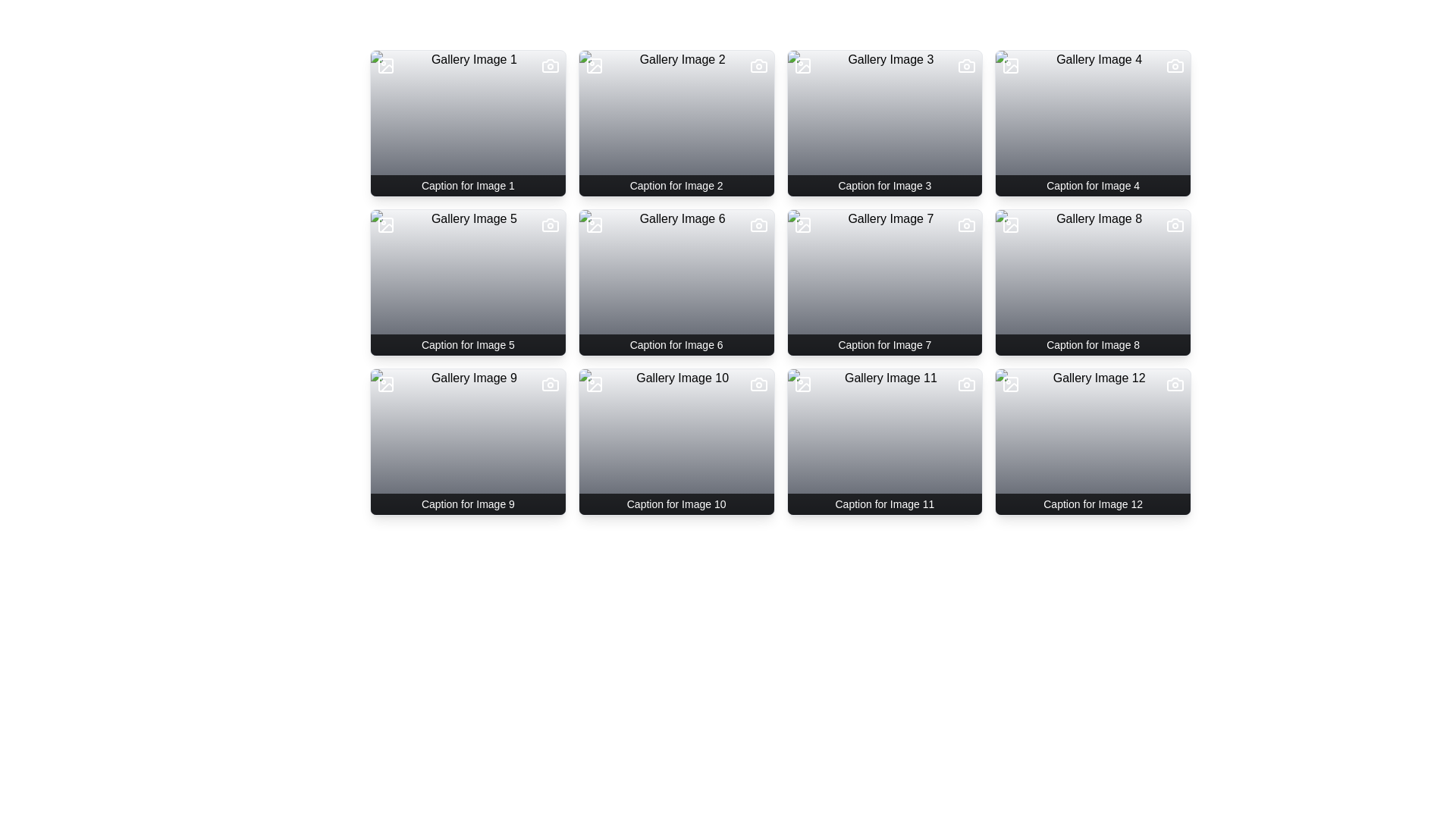 This screenshot has width=1456, height=819. I want to click on the Text Label that displays the caption for the associated image at the bottom of the first image in the gallery interface, so click(467, 185).